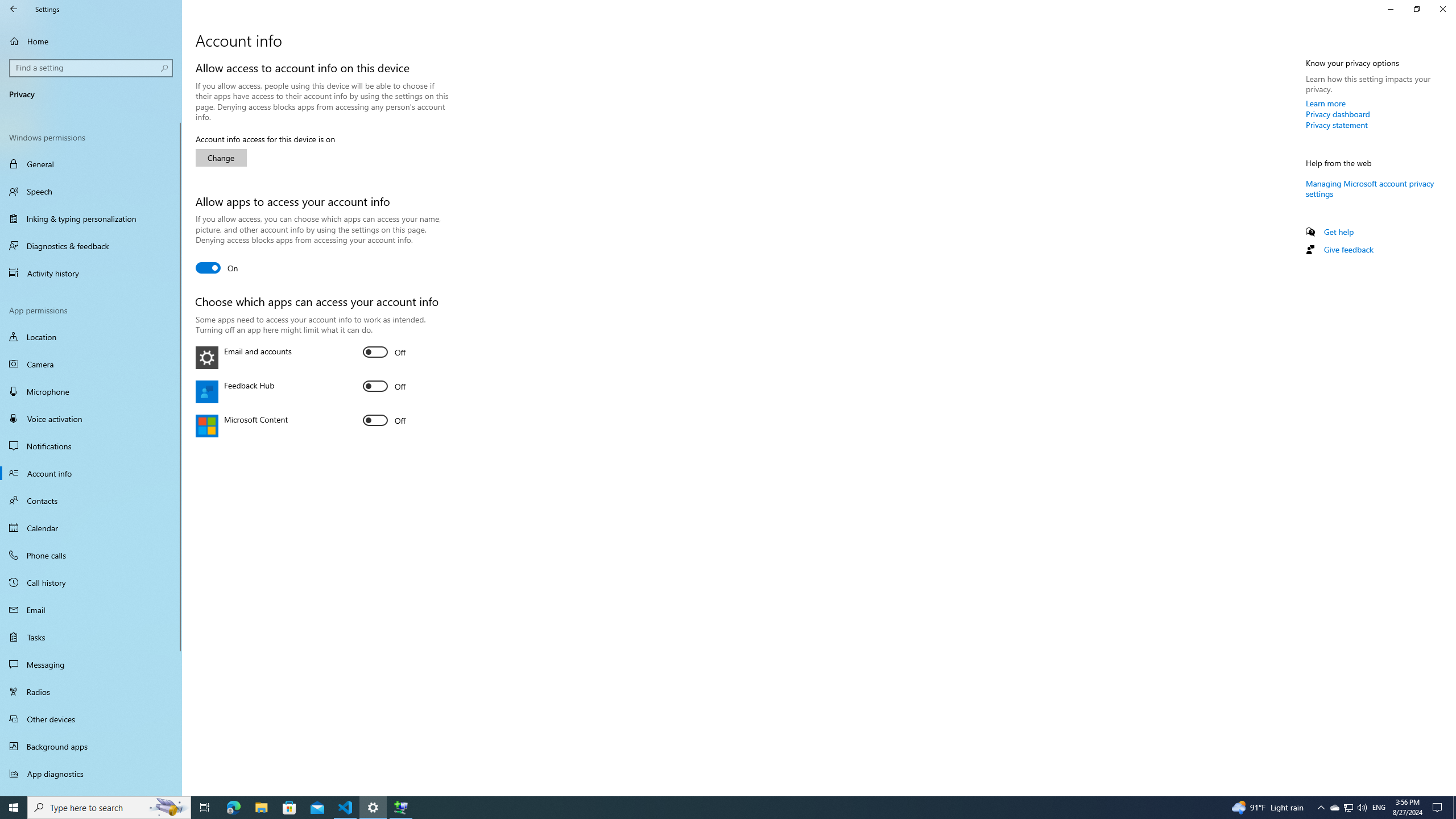  Describe the element at coordinates (90, 217) in the screenshot. I see `'Inking & typing personalization'` at that location.